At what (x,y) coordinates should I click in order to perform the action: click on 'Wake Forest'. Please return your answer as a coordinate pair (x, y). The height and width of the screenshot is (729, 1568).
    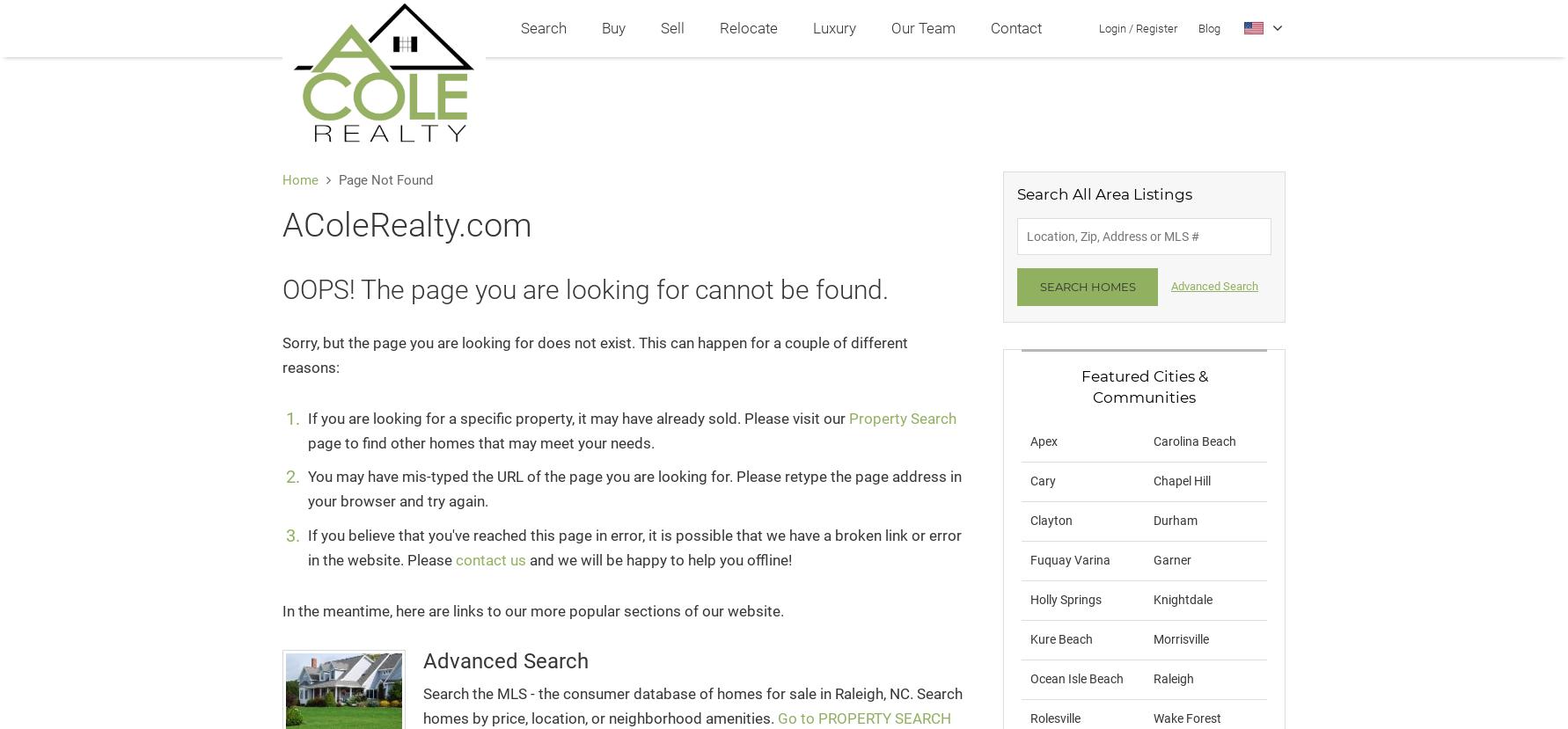
    Looking at the image, I should click on (1185, 716).